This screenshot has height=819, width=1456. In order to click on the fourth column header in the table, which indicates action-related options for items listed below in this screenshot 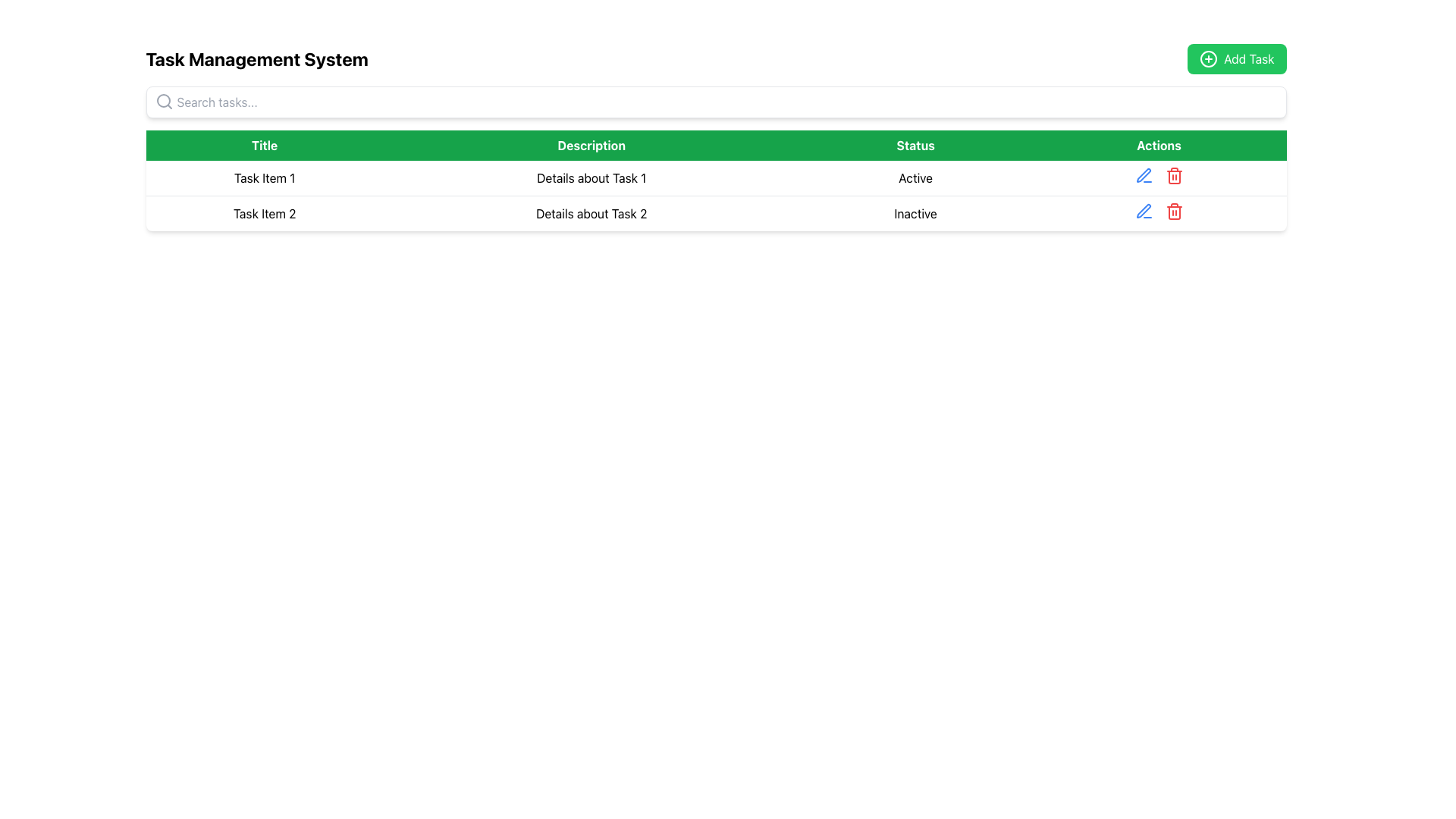, I will do `click(1158, 146)`.